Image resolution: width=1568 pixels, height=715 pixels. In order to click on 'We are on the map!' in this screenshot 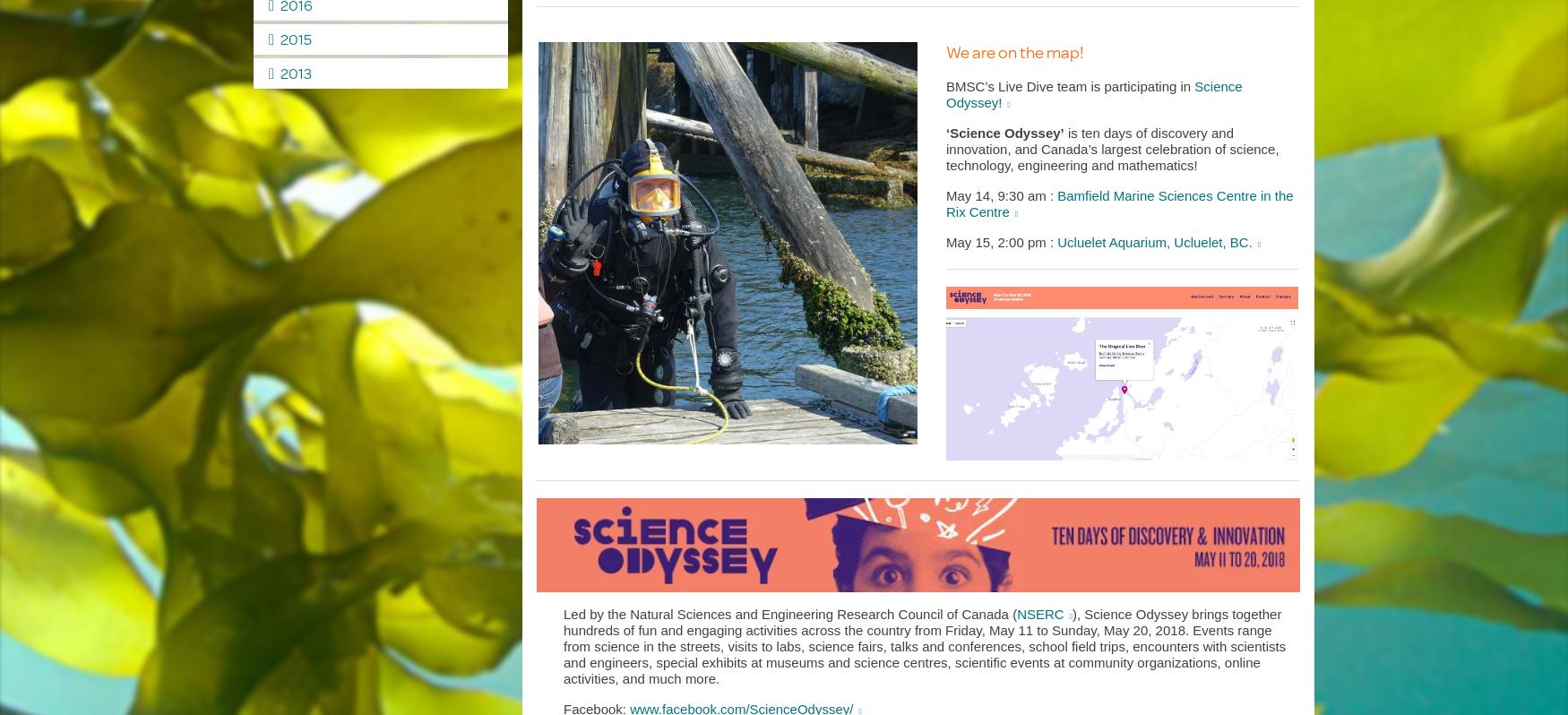, I will do `click(1013, 51)`.